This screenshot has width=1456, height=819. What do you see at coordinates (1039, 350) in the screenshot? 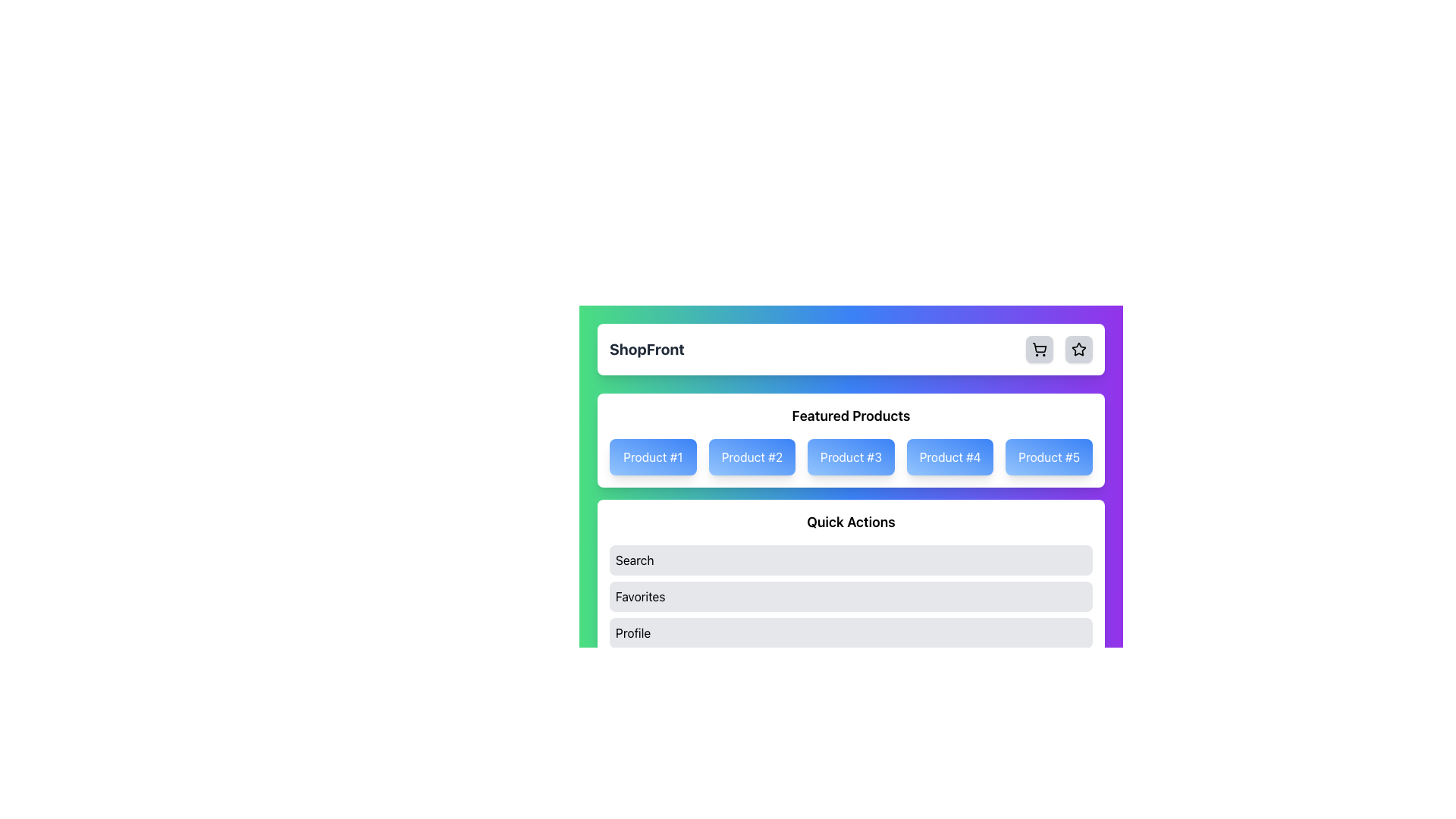
I see `the small, rounded rectangular button with a light gray background and a black shopping cart icon` at bounding box center [1039, 350].